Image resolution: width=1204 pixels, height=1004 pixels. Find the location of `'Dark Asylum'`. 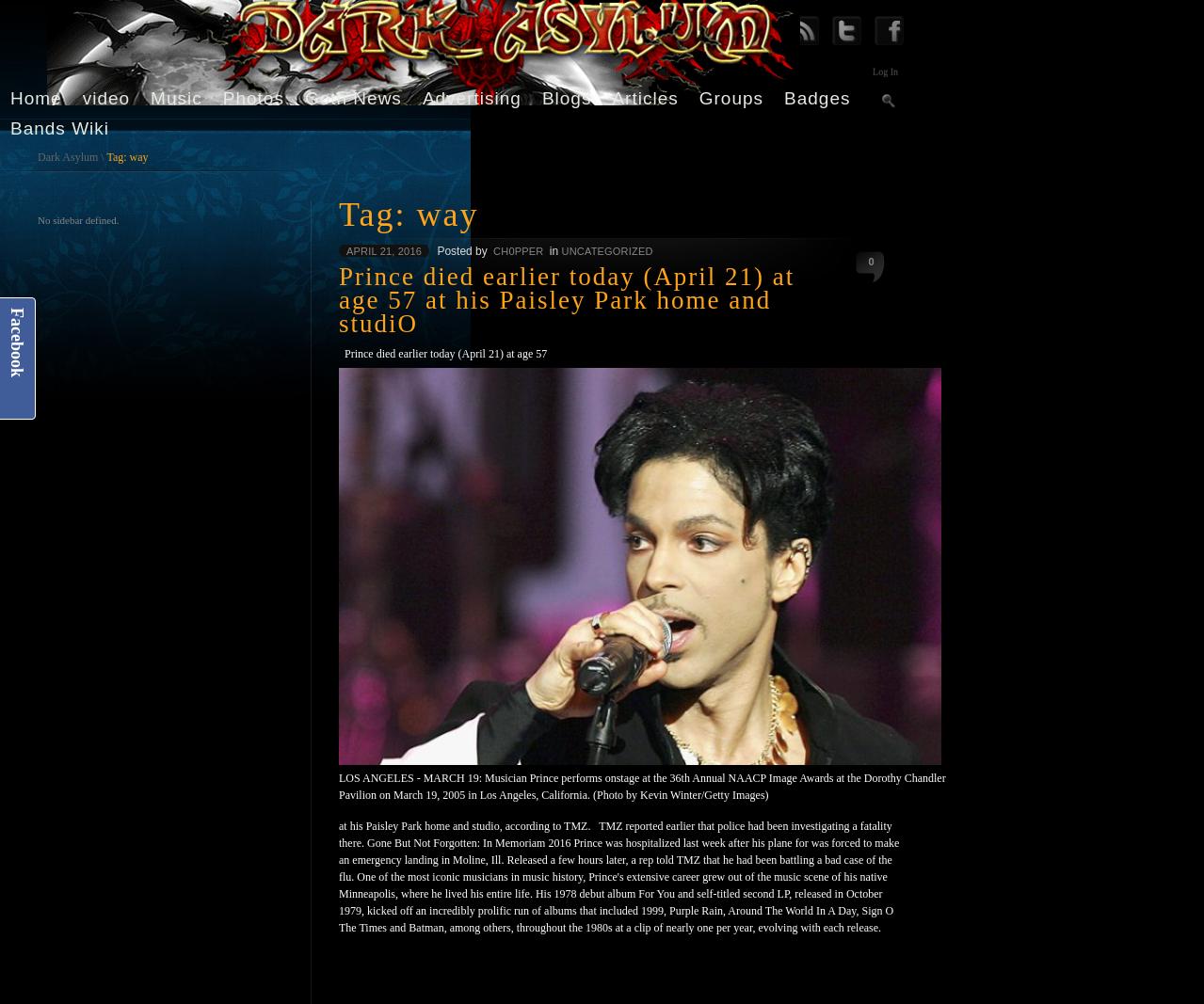

'Dark Asylum' is located at coordinates (67, 155).